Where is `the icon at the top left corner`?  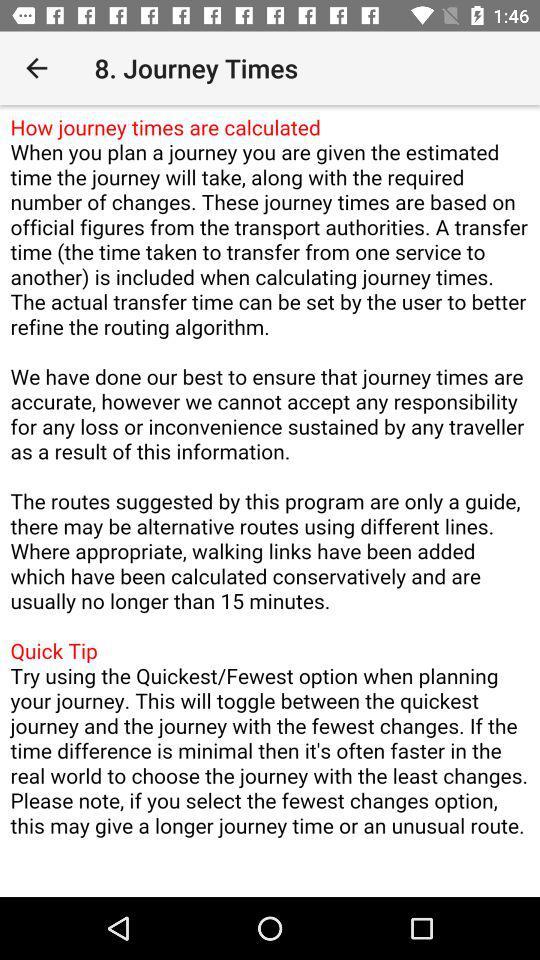 the icon at the top left corner is located at coordinates (36, 68).